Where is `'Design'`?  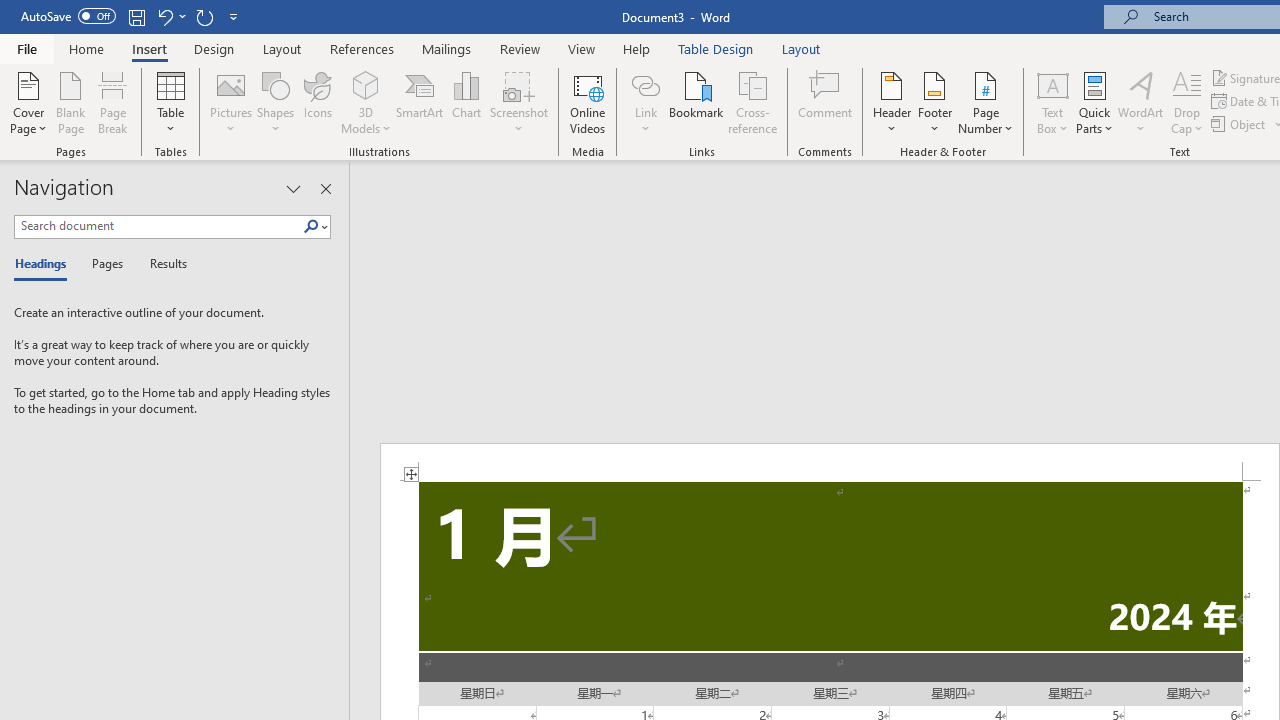 'Design' is located at coordinates (214, 48).